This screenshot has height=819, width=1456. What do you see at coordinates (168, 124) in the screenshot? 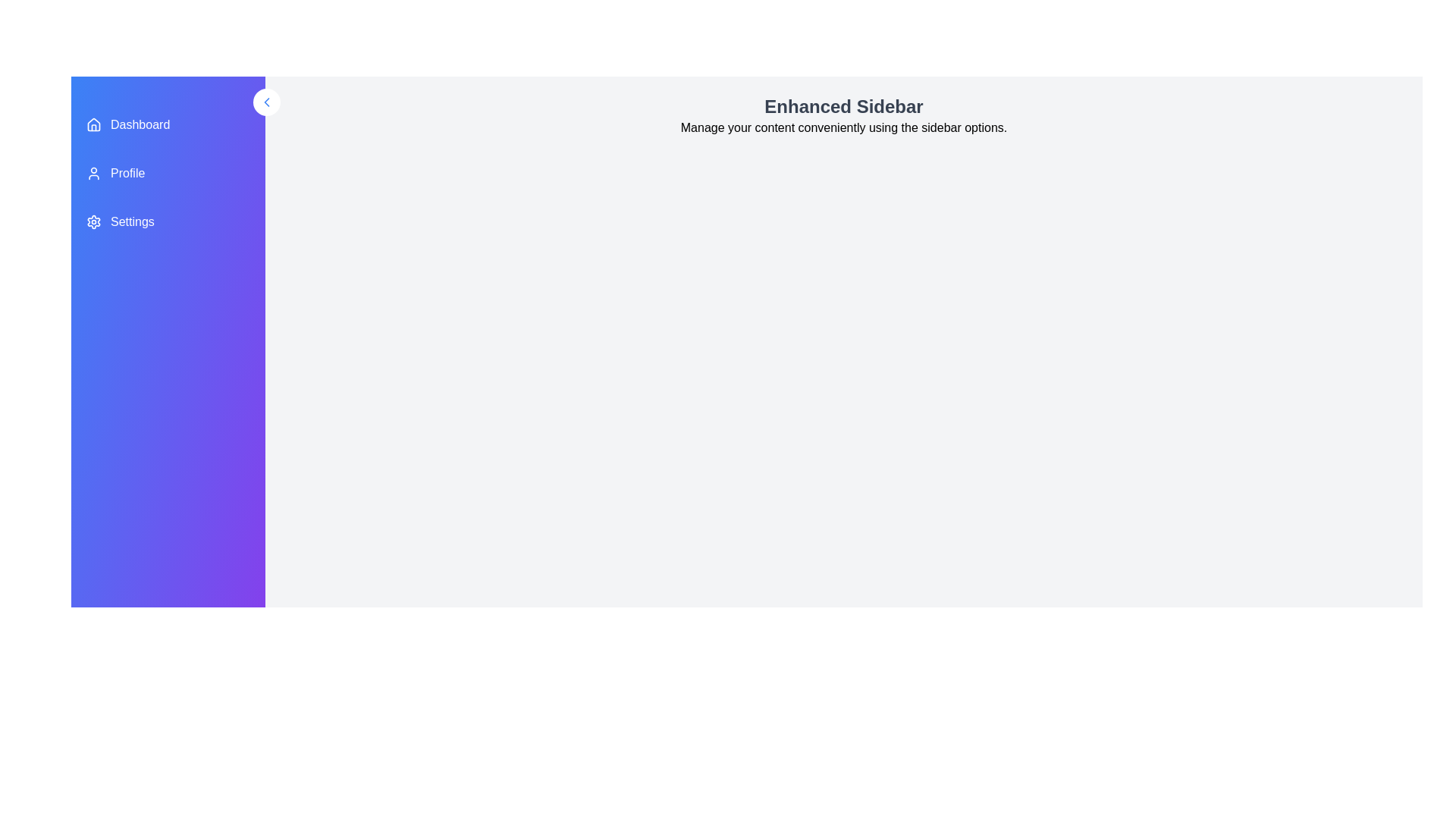
I see `the menu item Dashboard from the sidebar` at bounding box center [168, 124].